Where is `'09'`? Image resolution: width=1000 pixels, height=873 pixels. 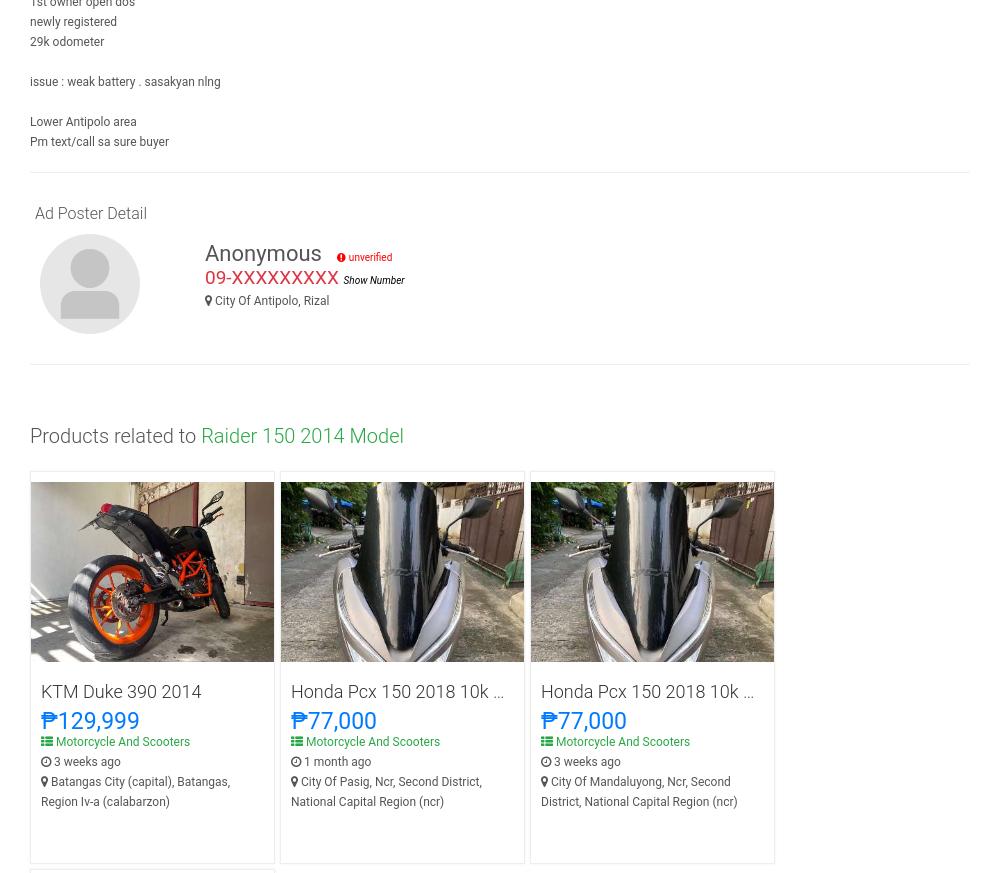
'09' is located at coordinates (204, 277).